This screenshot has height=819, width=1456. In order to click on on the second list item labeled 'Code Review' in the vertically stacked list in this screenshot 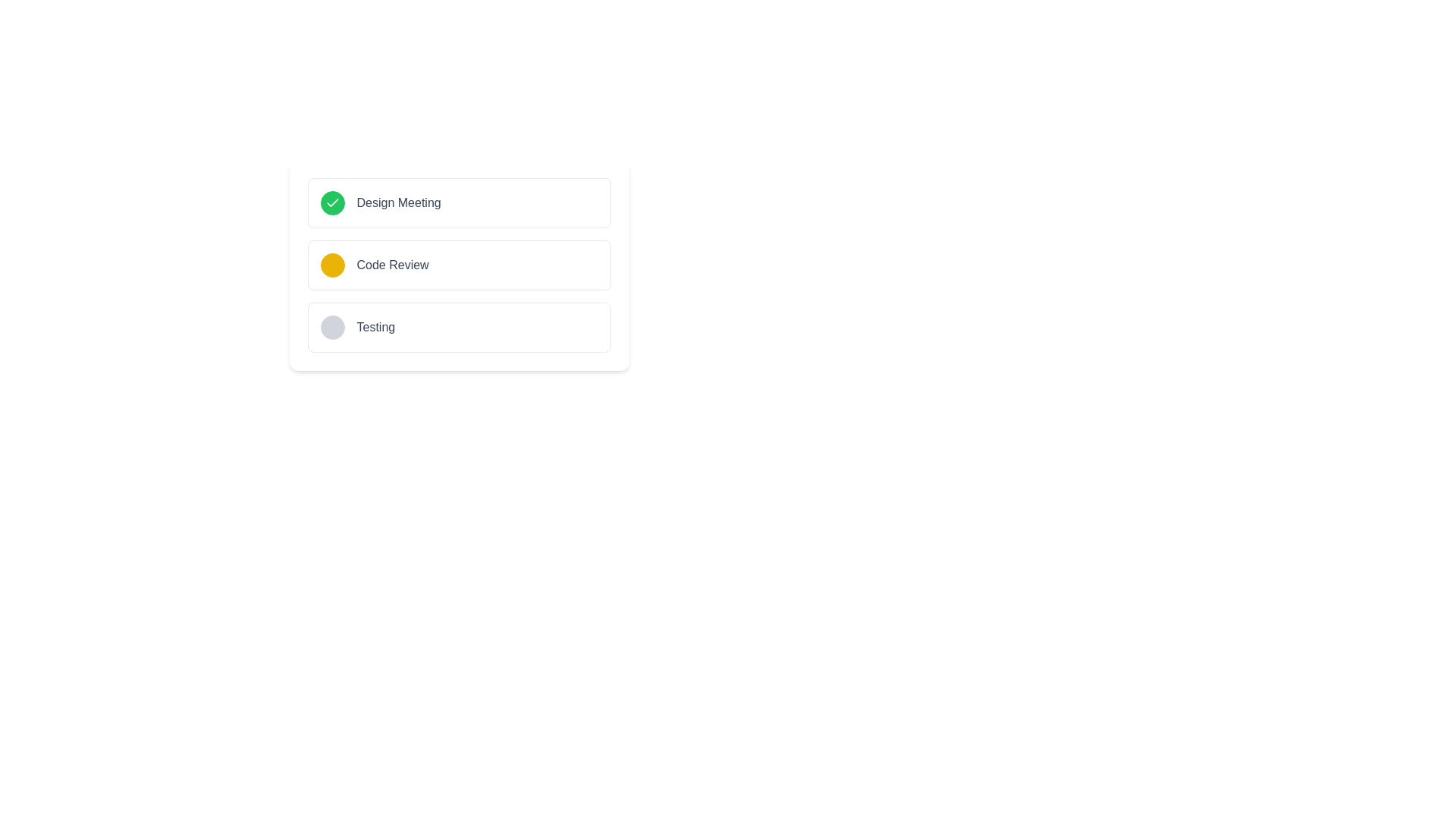, I will do `click(458, 265)`.